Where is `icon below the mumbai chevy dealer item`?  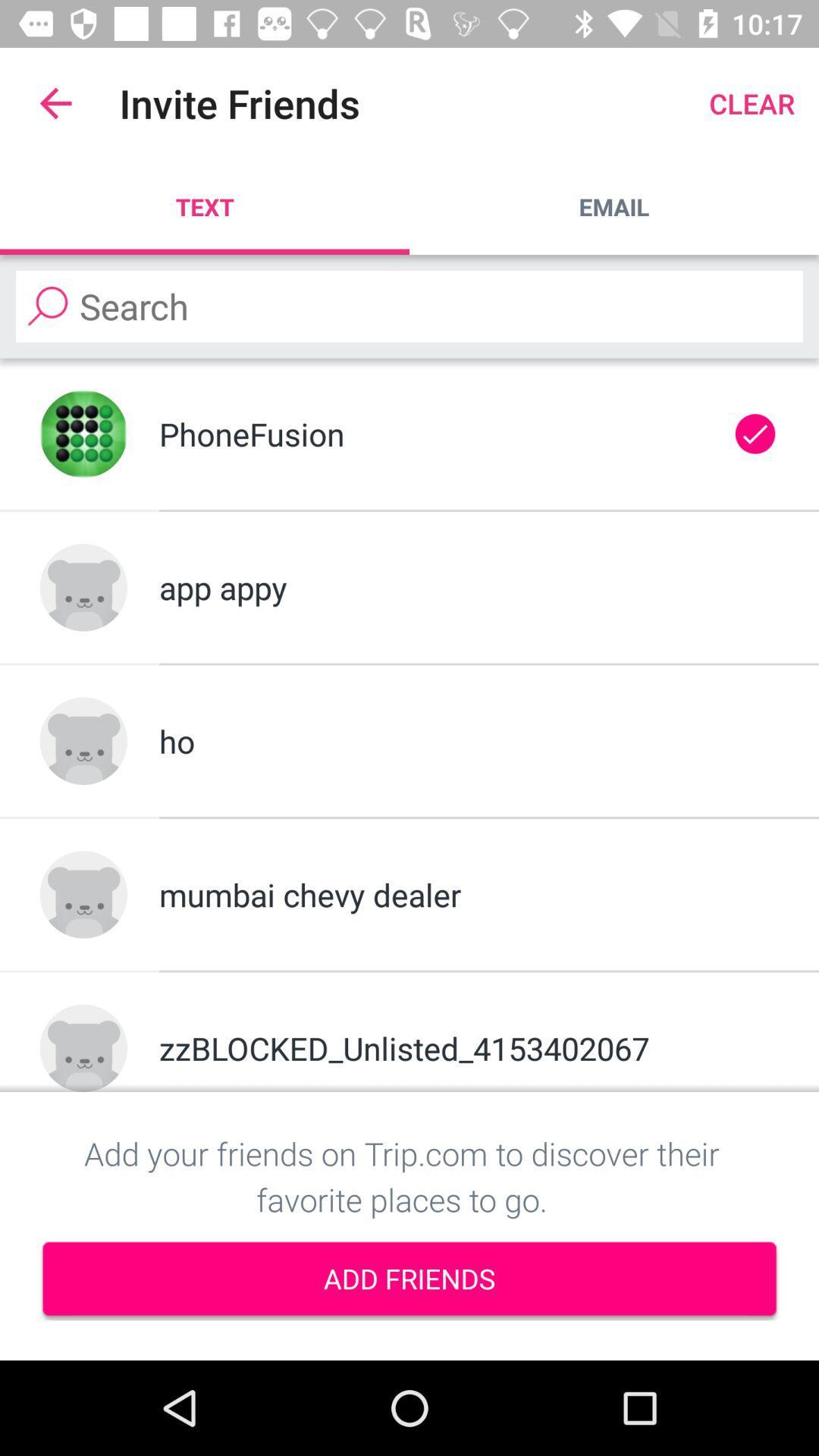 icon below the mumbai chevy dealer item is located at coordinates (468, 1047).